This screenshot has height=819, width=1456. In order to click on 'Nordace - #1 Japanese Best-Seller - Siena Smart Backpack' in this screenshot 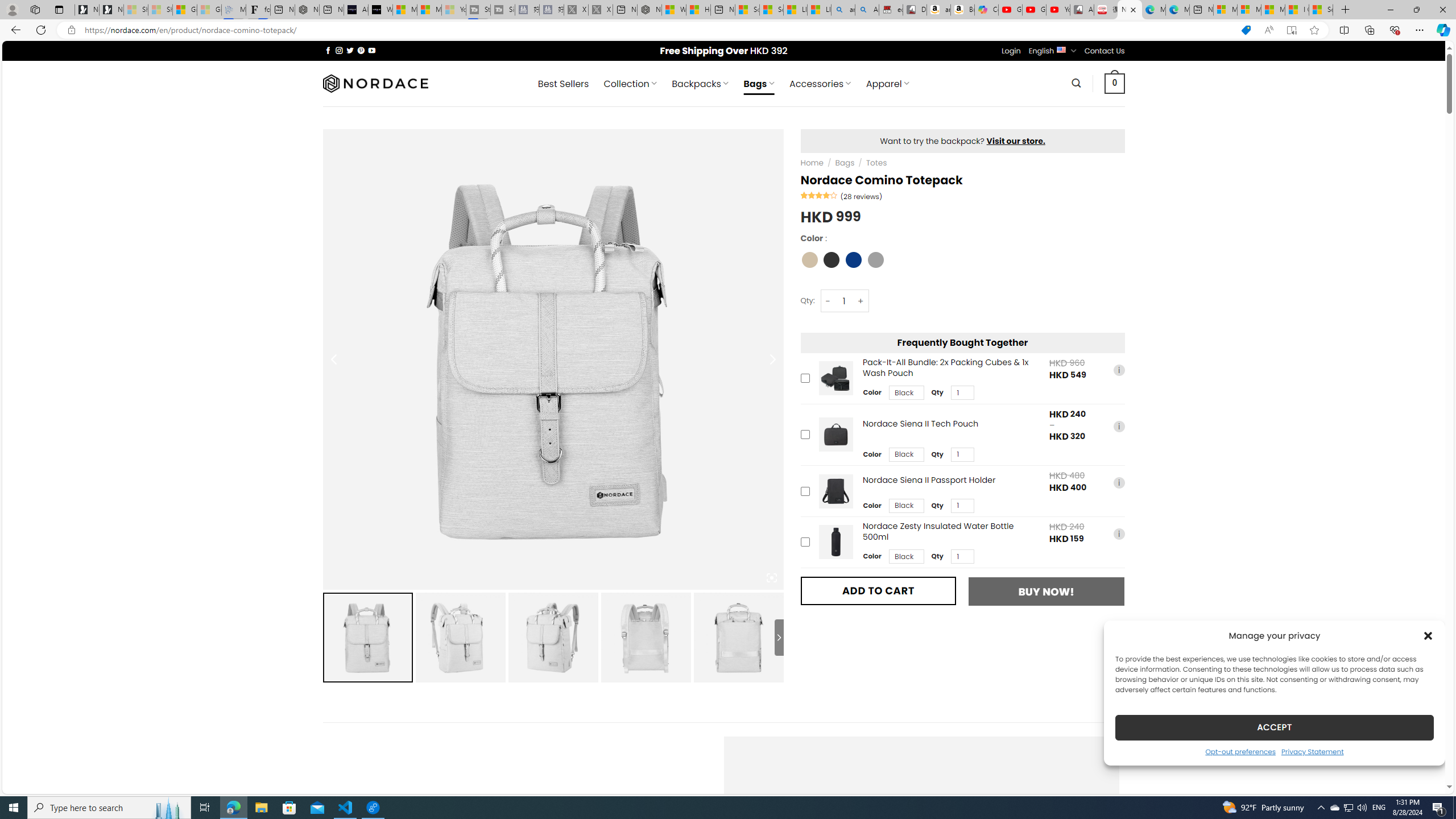, I will do `click(307, 9)`.